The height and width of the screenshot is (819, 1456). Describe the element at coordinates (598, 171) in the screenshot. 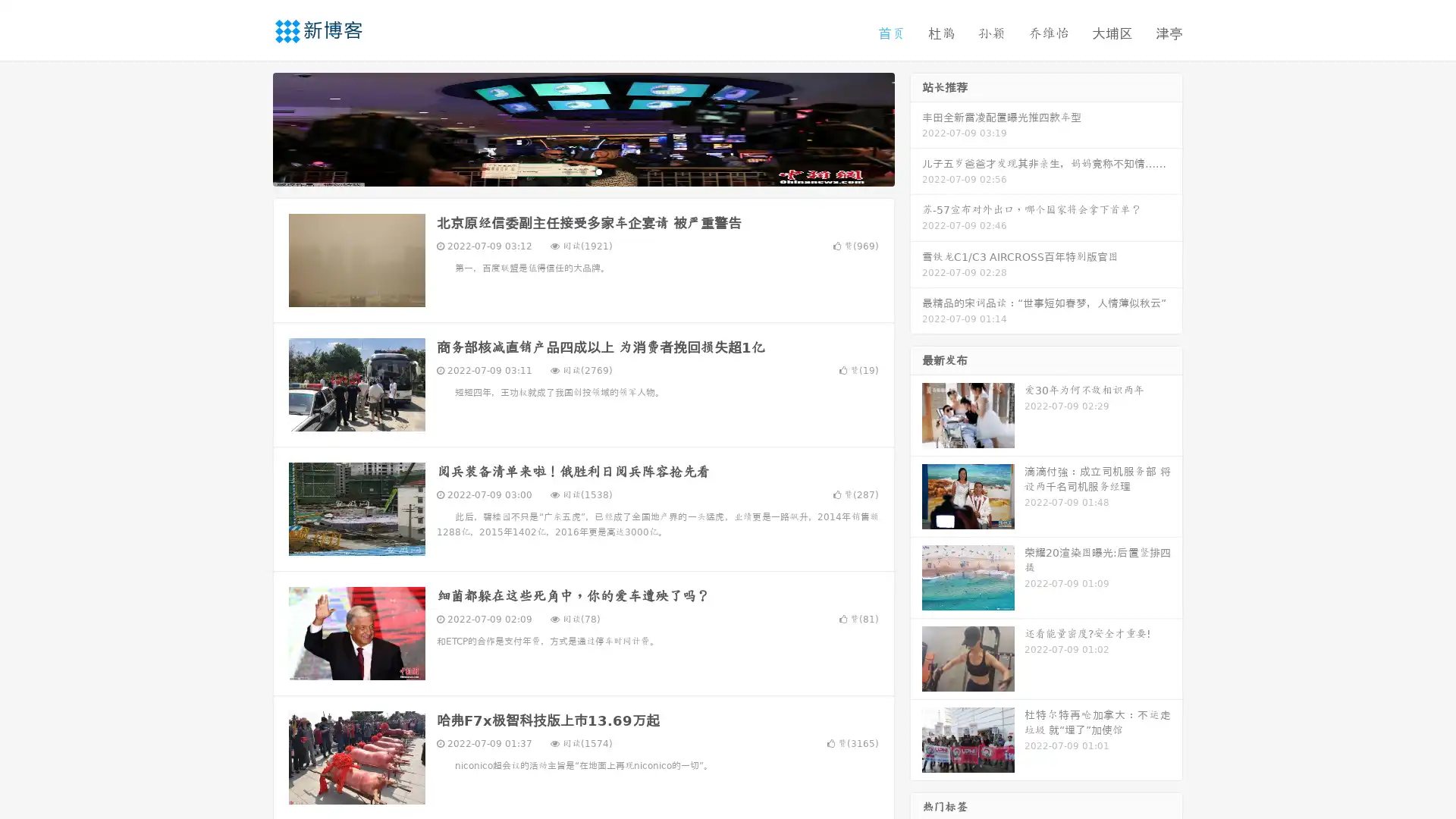

I see `Go to slide 3` at that location.